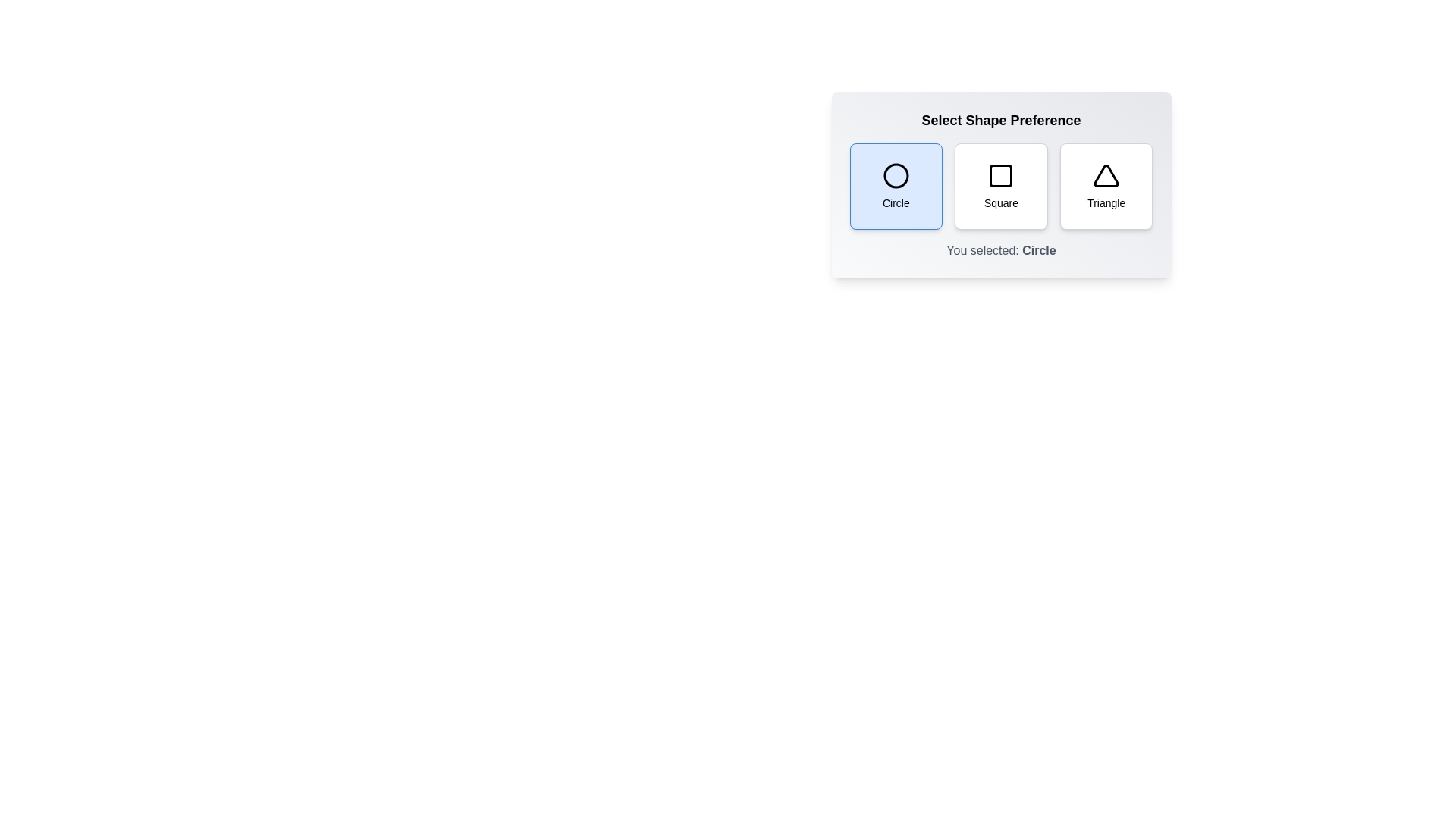  Describe the element at coordinates (1001, 186) in the screenshot. I see `the shape Square by clicking on its corresponding button` at that location.